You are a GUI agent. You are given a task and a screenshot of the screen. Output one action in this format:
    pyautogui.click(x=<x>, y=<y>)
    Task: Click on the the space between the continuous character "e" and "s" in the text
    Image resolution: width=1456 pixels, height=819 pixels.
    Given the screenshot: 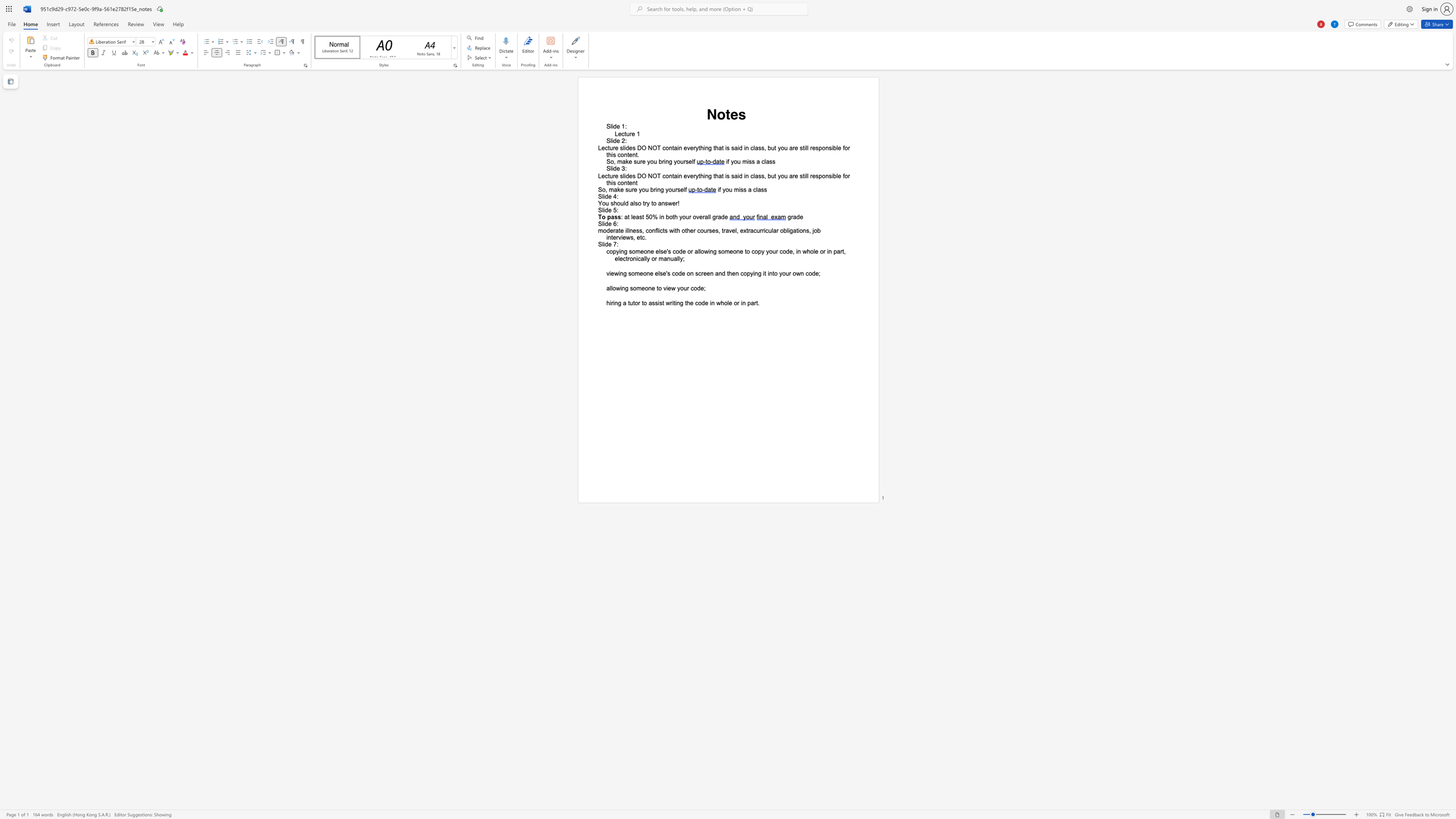 What is the action you would take?
    pyautogui.click(x=632, y=148)
    